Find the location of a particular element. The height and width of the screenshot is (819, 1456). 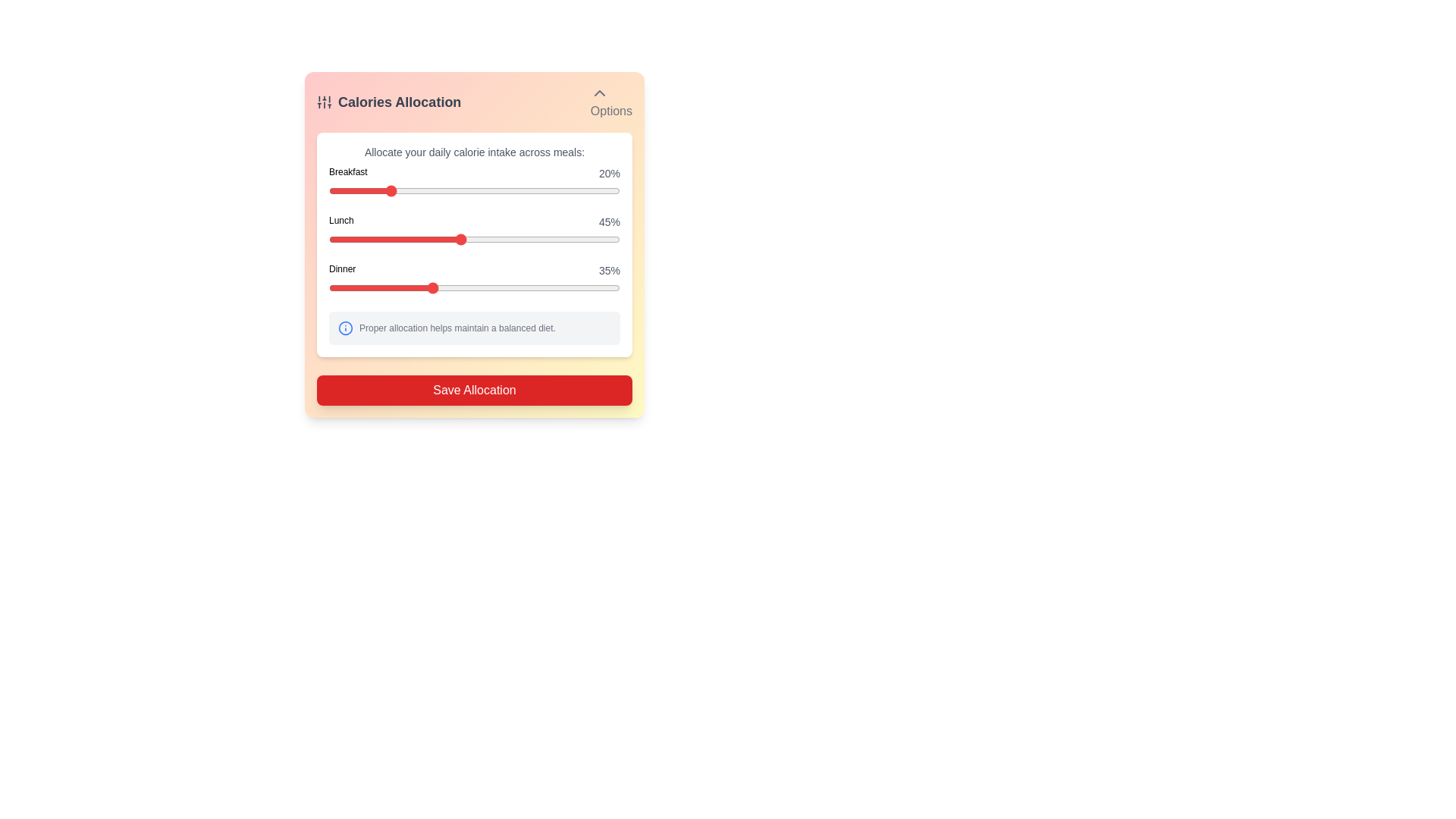

the 'Options' button to toggle the visibility of the options is located at coordinates (611, 102).